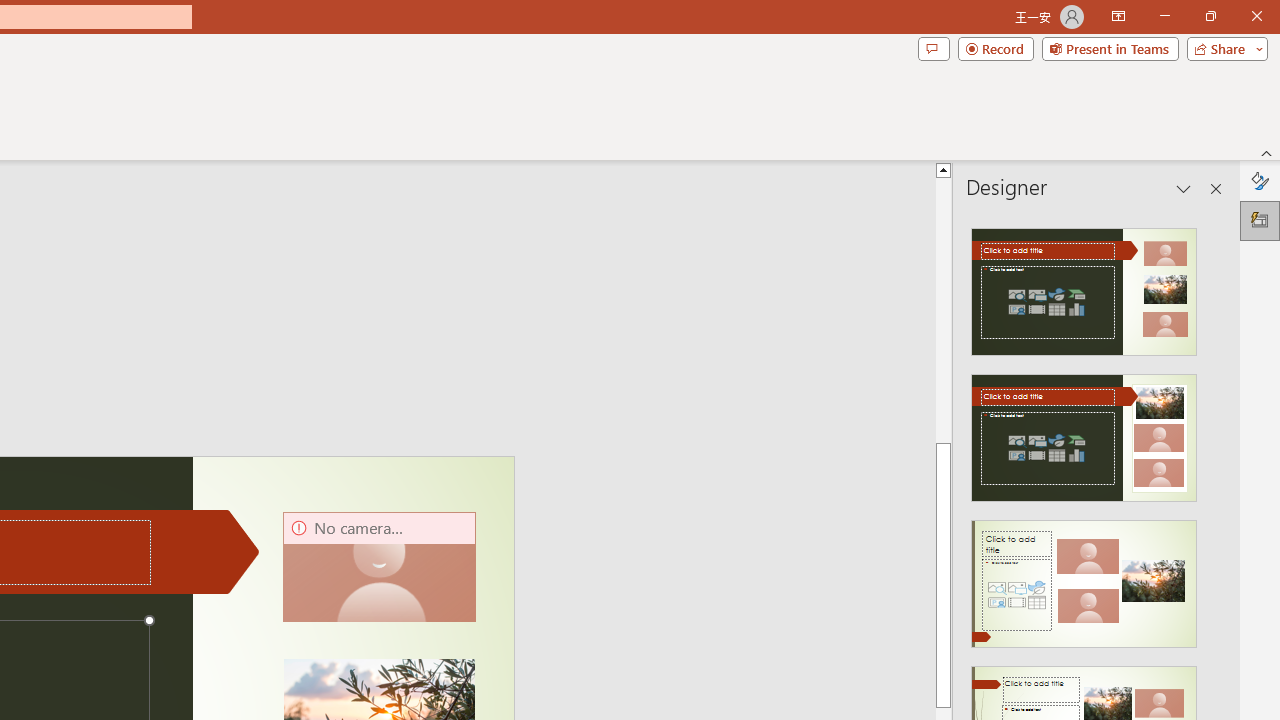 This screenshot has width=1280, height=720. What do you see at coordinates (1083, 286) in the screenshot?
I see `'Recommended Design: Design Idea'` at bounding box center [1083, 286].